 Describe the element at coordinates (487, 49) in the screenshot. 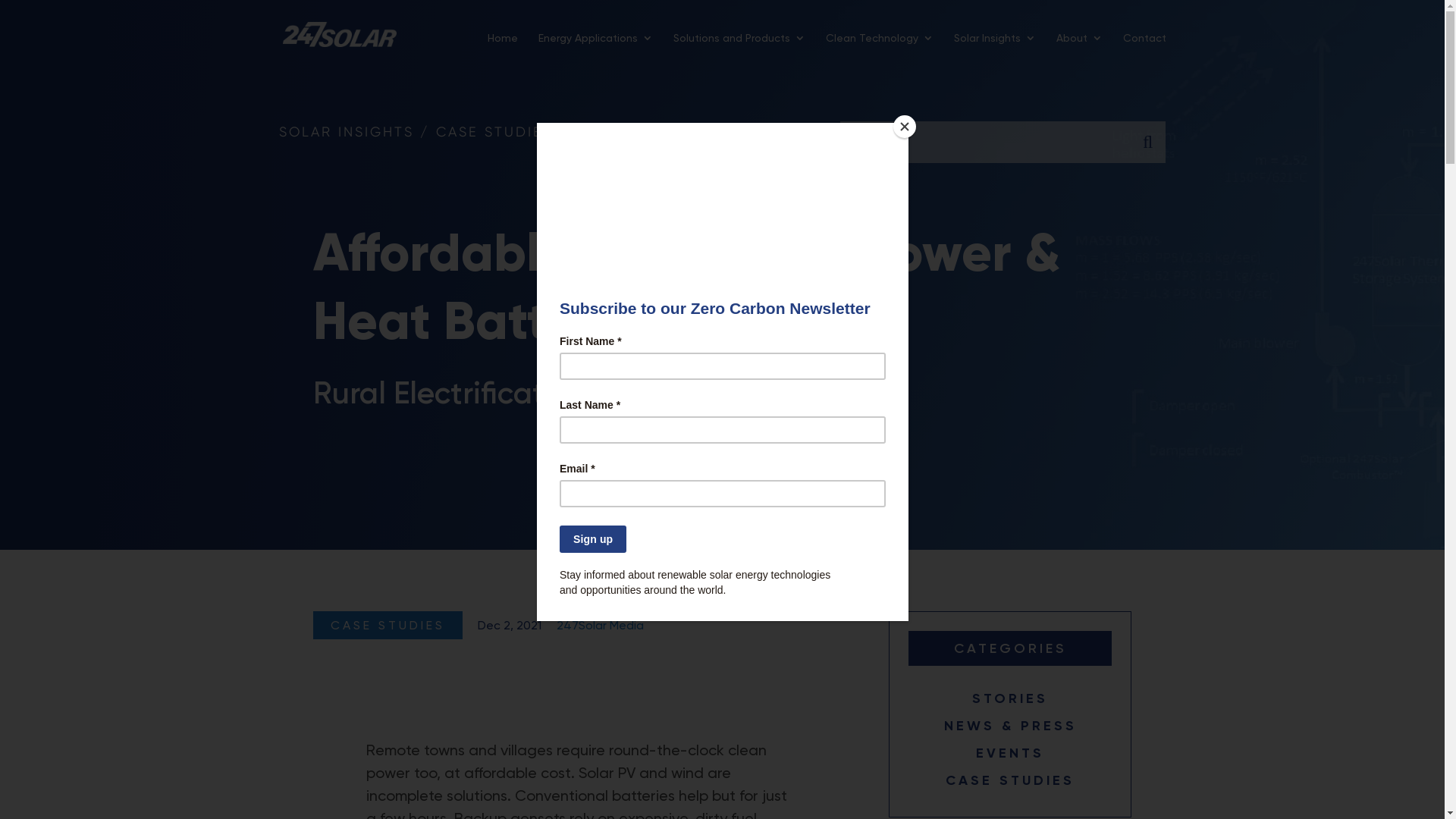

I see `'Home'` at that location.